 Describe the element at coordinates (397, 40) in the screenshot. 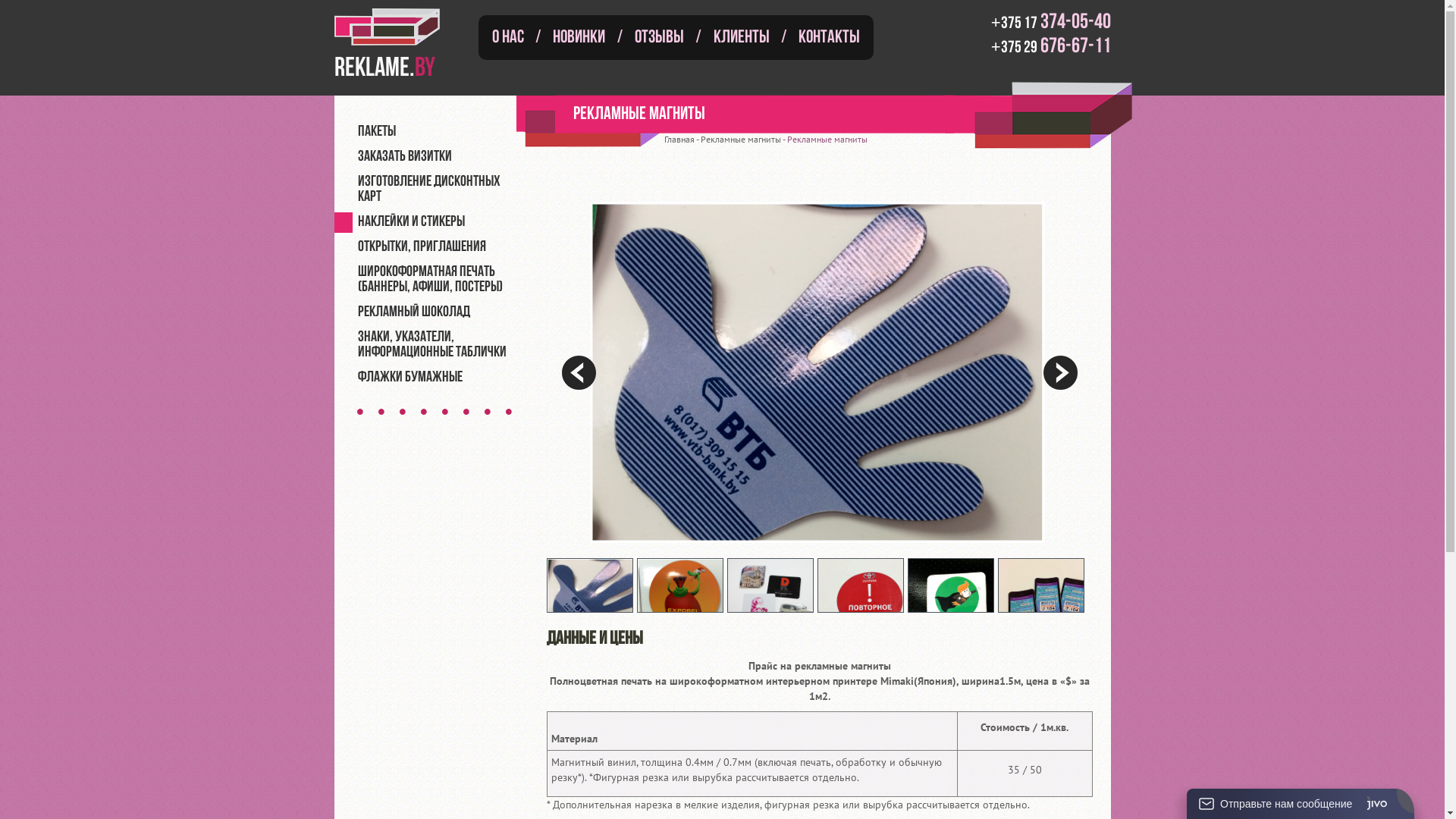

I see `'REKLAME.BY'` at that location.